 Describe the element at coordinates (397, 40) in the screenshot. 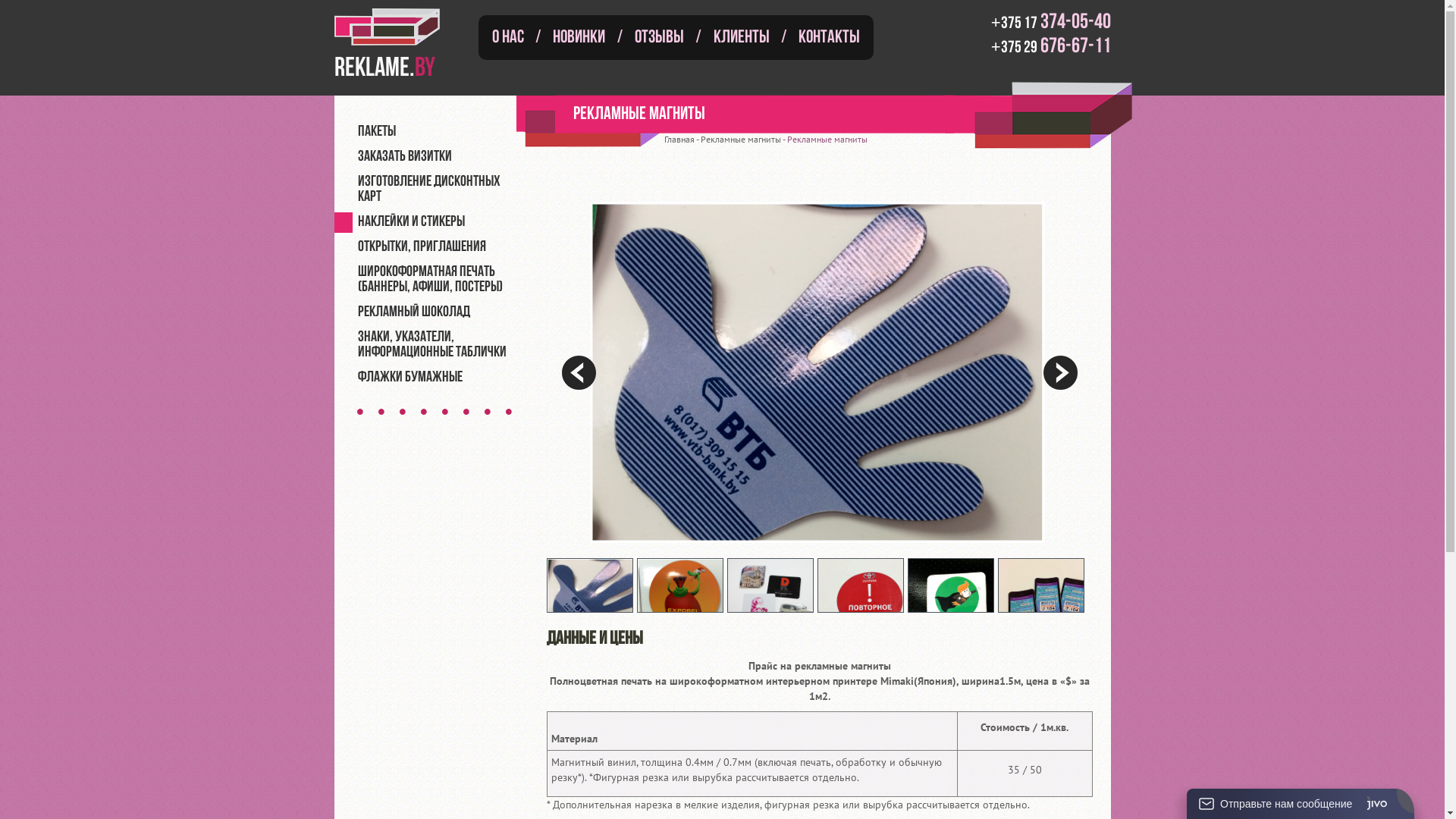

I see `'REKLAME.BY'` at that location.